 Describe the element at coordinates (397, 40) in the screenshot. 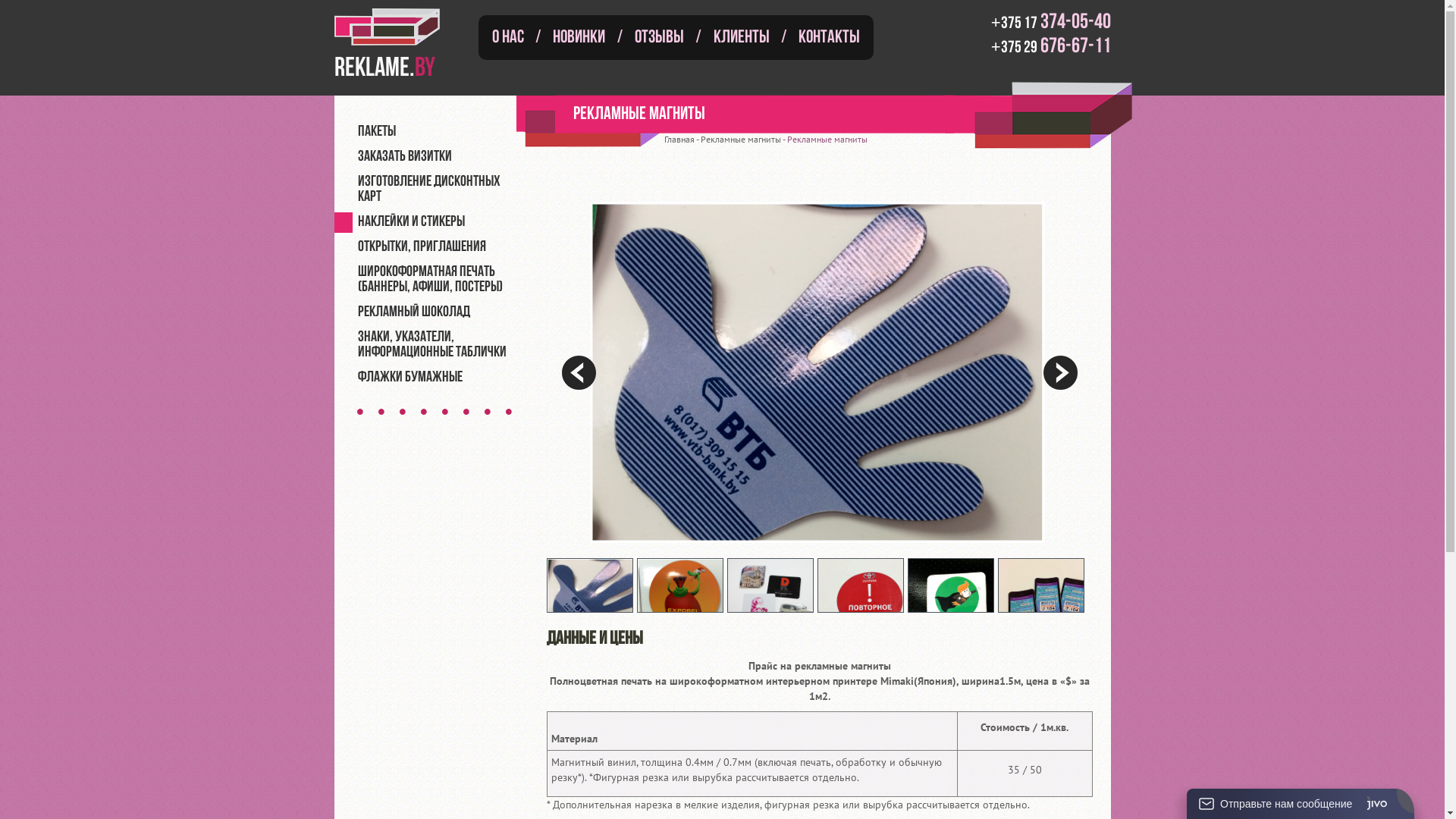

I see `'REKLAME.BY'` at that location.